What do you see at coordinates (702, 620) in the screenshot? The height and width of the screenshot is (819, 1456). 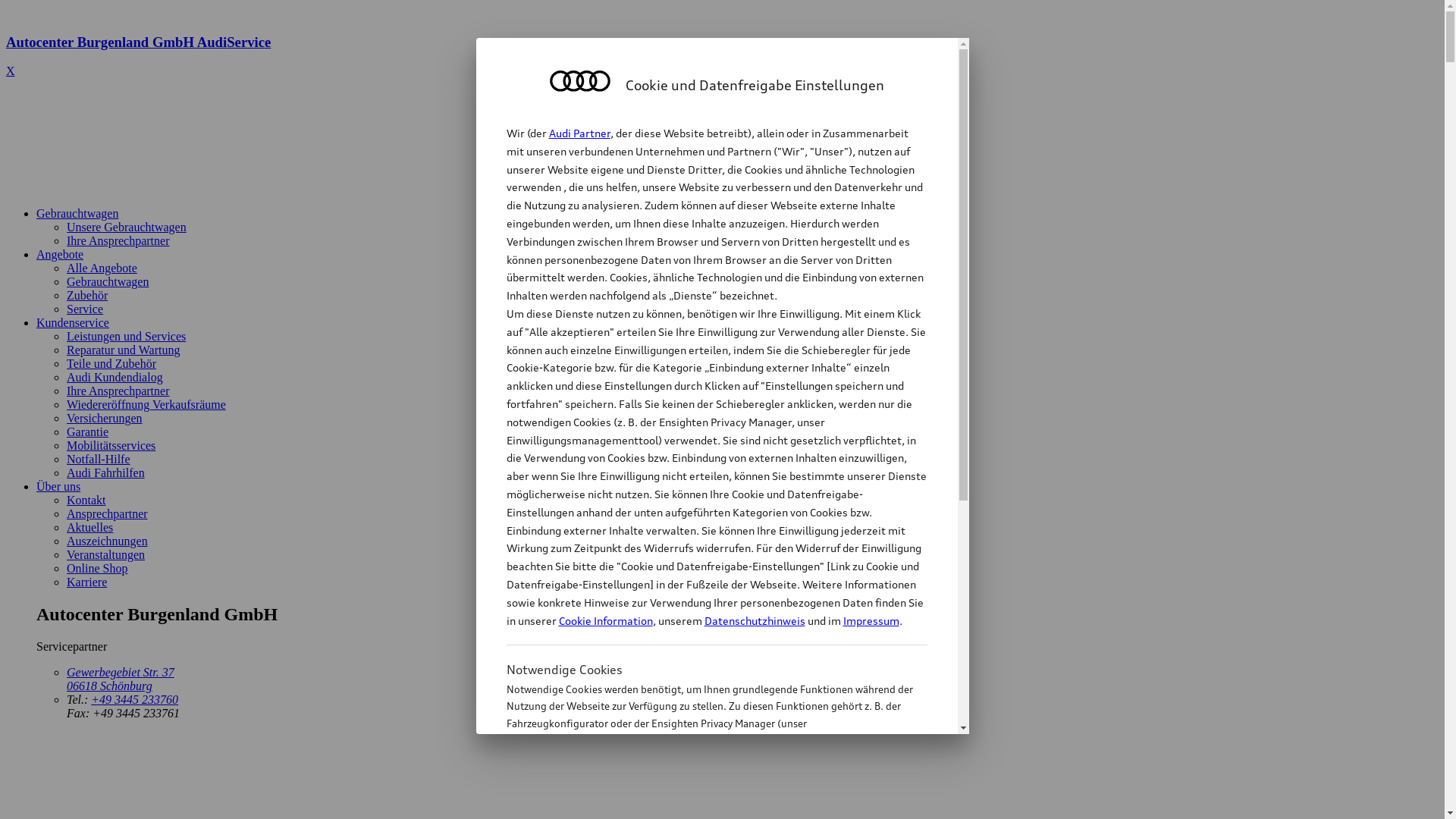 I see `'Datenschutzhinweis'` at bounding box center [702, 620].